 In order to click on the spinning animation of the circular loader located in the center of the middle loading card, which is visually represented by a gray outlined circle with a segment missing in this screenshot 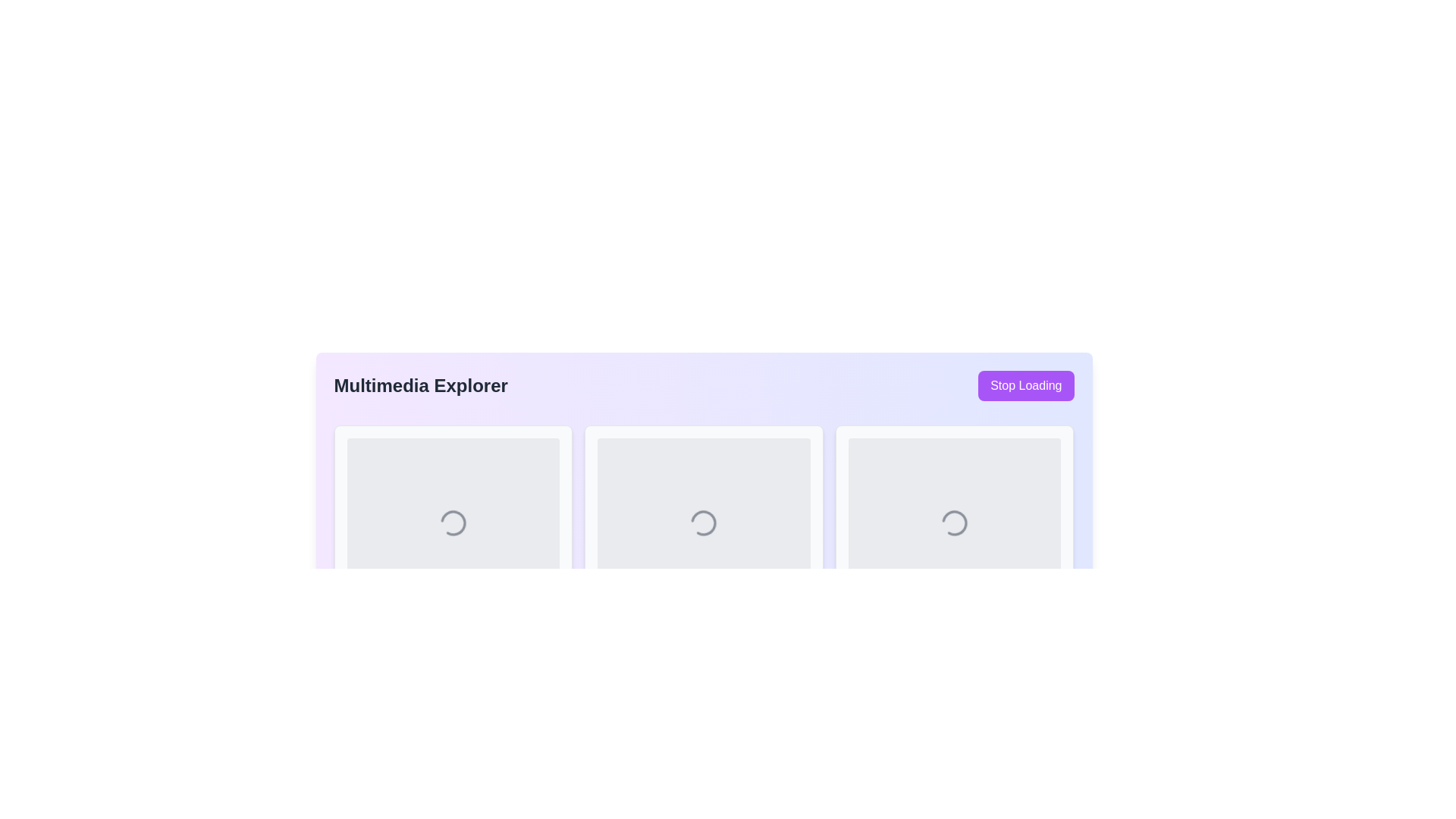, I will do `click(703, 522)`.